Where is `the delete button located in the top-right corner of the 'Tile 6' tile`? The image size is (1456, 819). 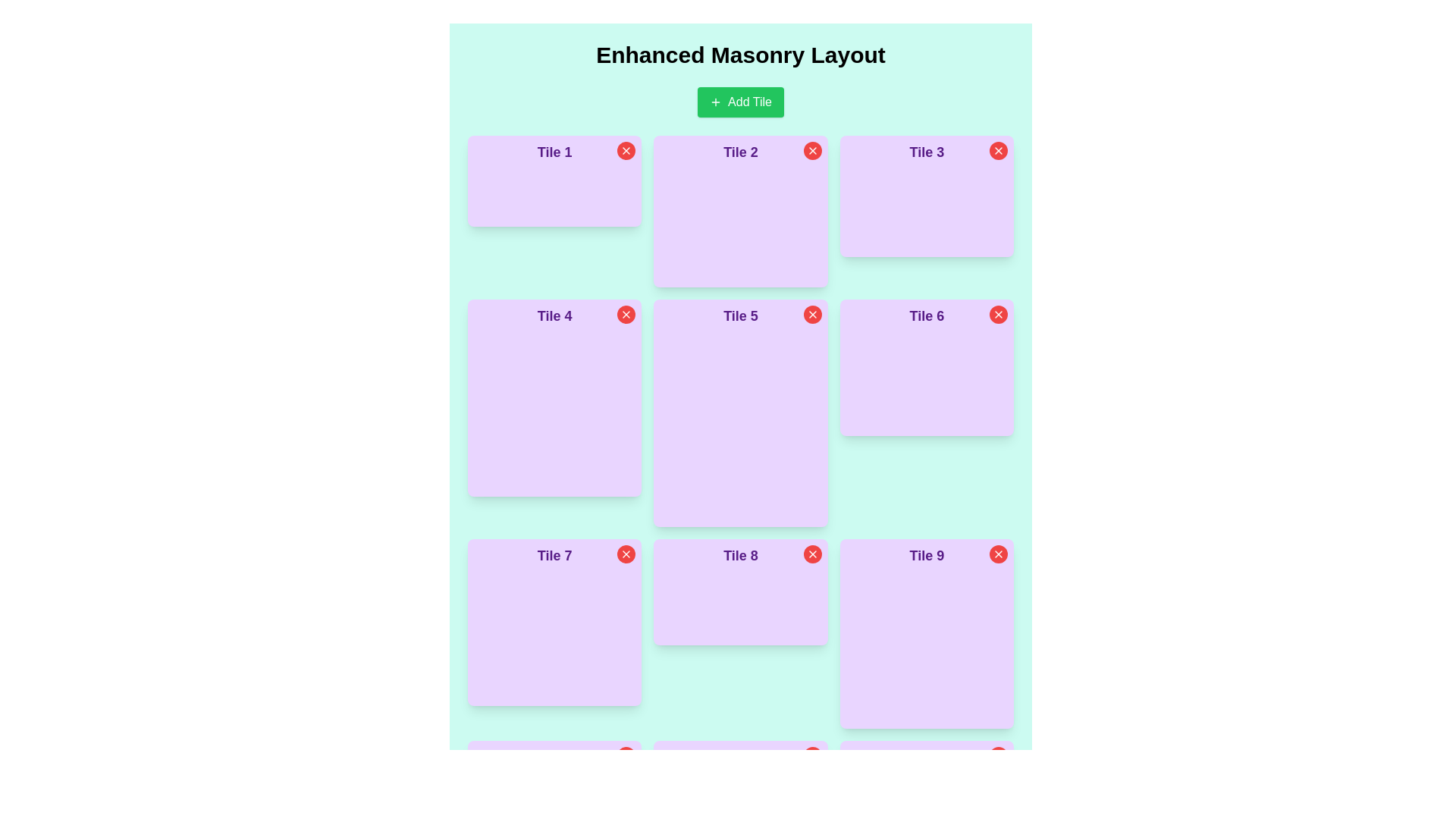 the delete button located in the top-right corner of the 'Tile 6' tile is located at coordinates (998, 314).